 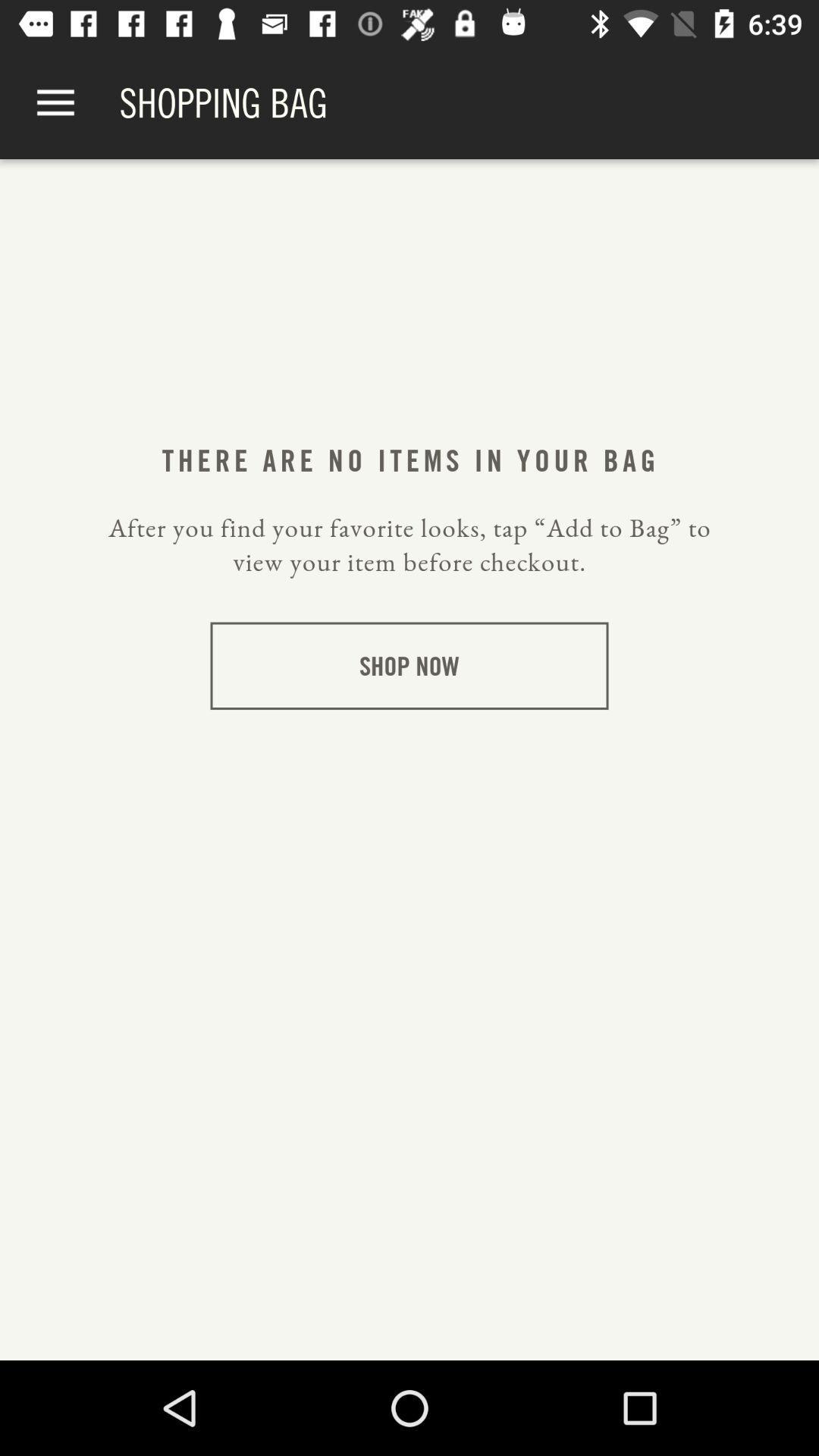 What do you see at coordinates (408, 460) in the screenshot?
I see `there are no item` at bounding box center [408, 460].